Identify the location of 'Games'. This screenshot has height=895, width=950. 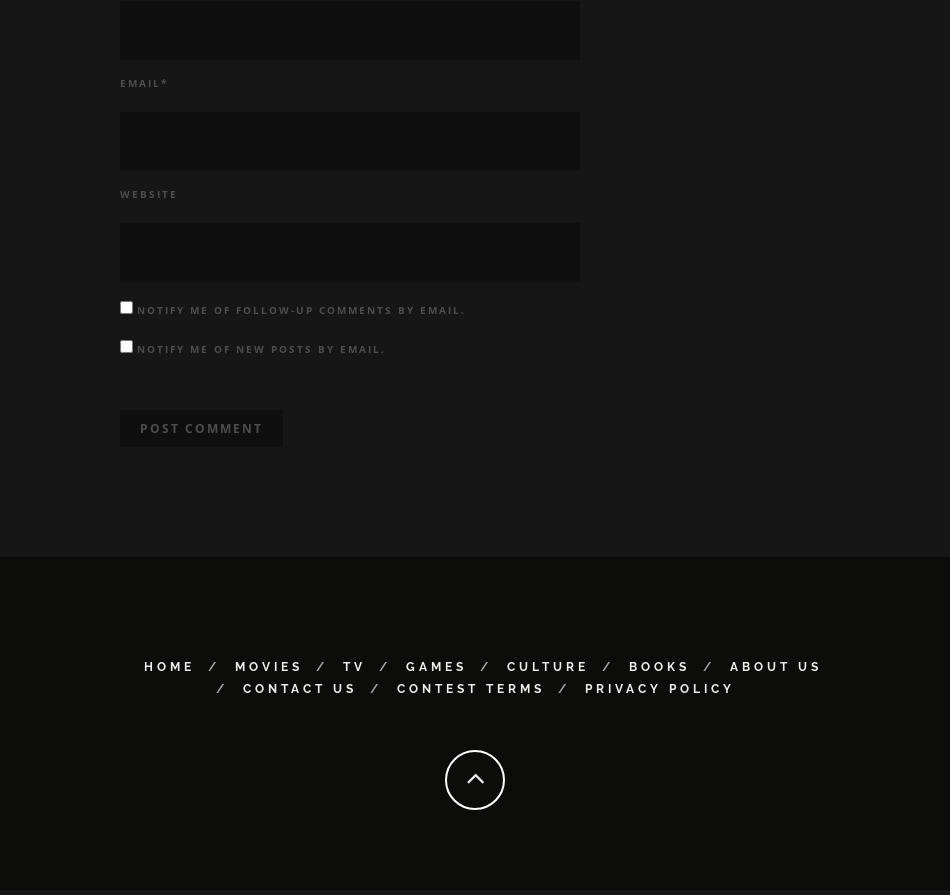
(434, 672).